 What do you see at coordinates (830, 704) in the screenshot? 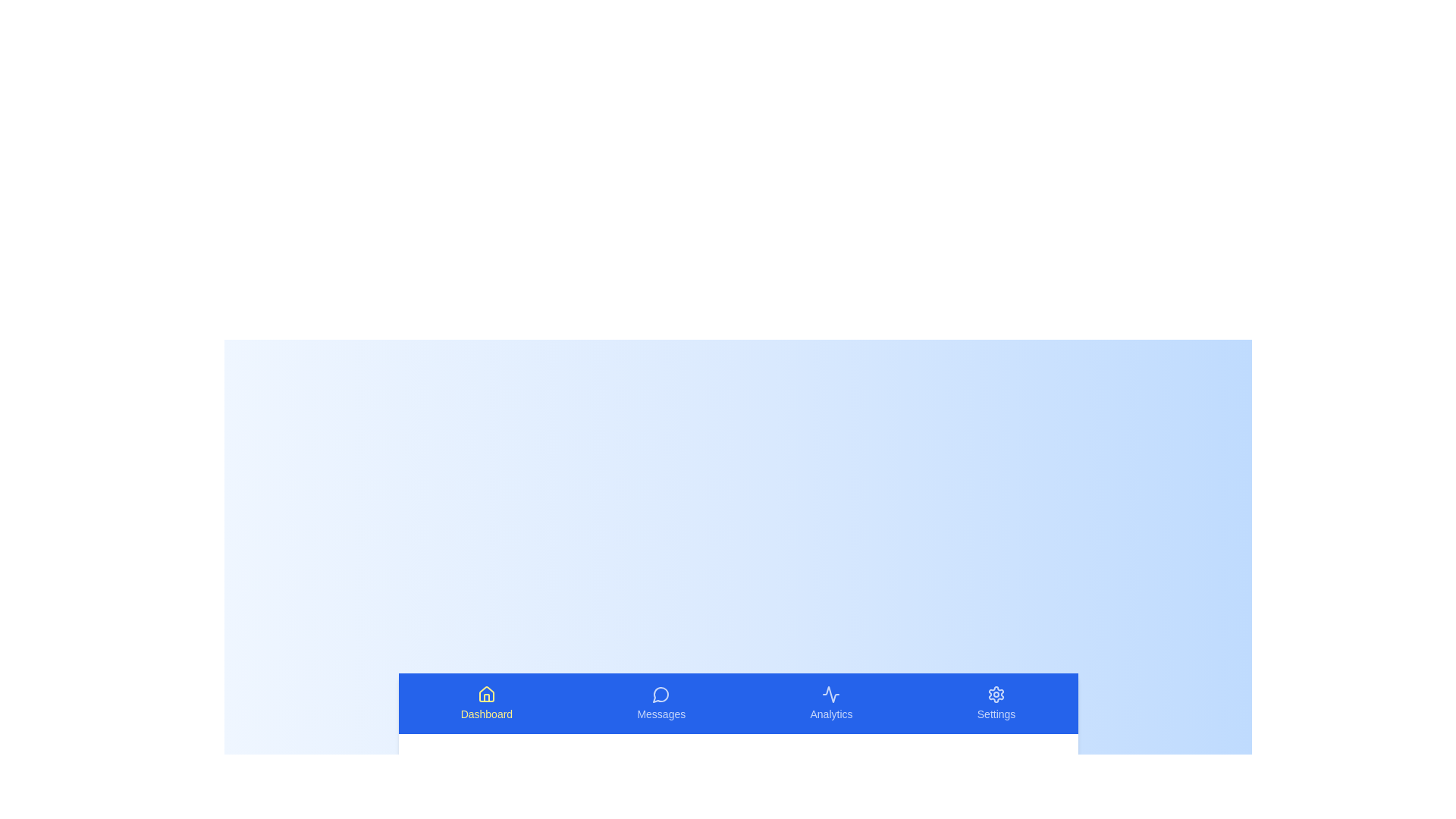
I see `the tab labeled Analytics to select it` at bounding box center [830, 704].